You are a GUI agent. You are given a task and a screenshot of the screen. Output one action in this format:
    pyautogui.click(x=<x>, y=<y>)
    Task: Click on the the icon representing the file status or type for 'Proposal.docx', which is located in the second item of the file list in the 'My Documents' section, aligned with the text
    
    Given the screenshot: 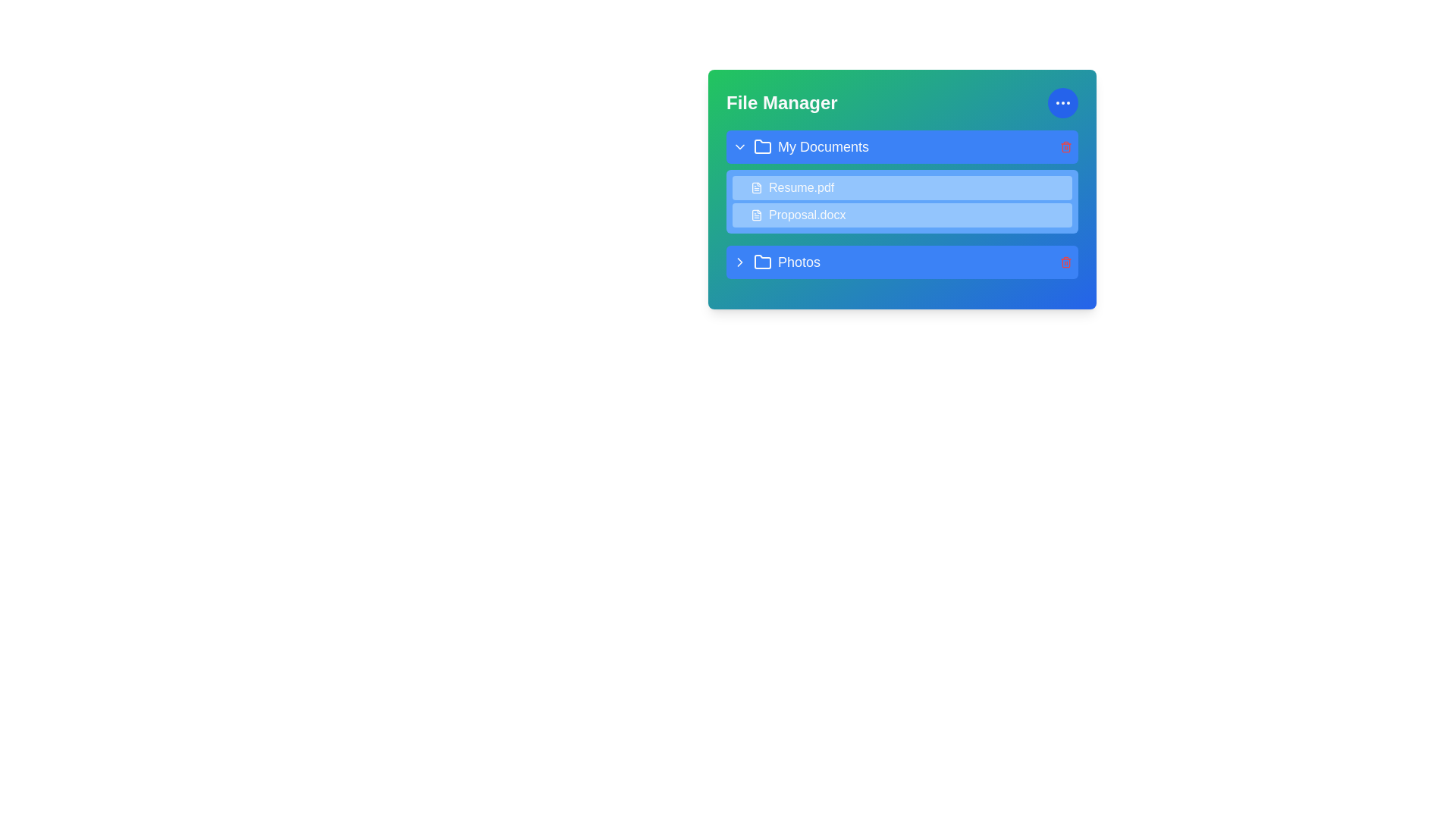 What is the action you would take?
    pyautogui.click(x=757, y=215)
    